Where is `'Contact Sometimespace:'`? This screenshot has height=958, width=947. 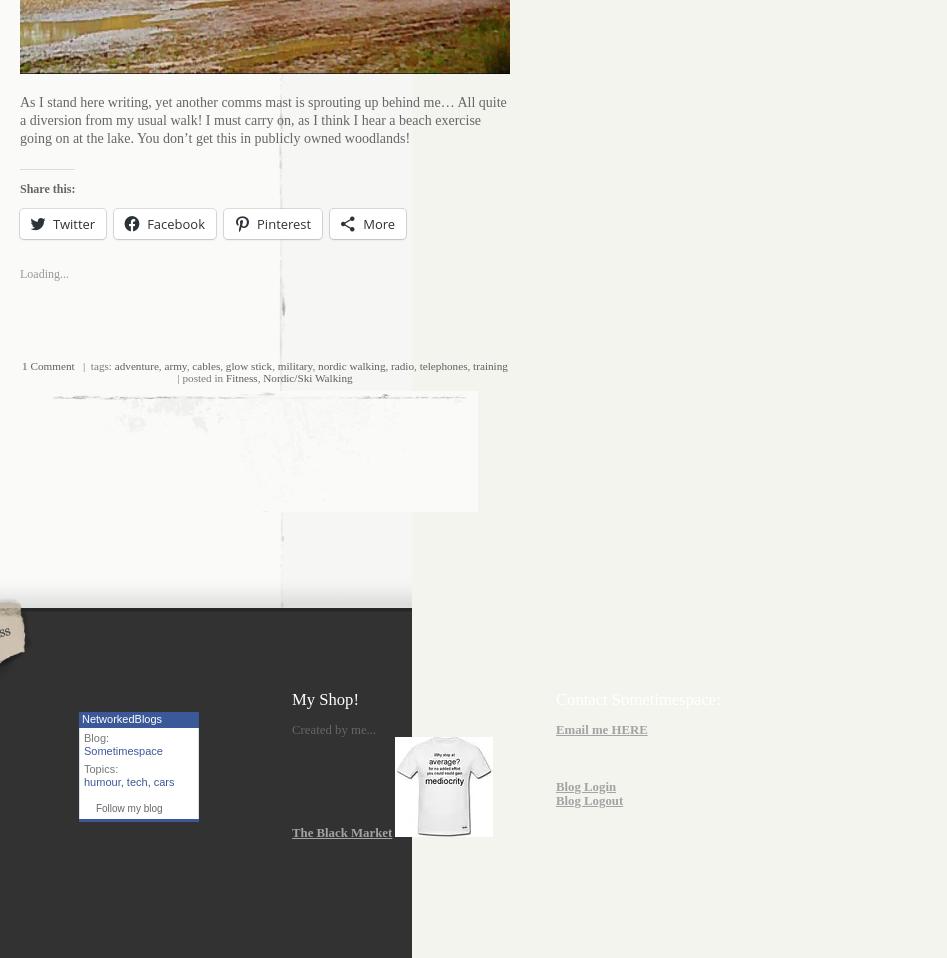 'Contact Sometimespace:' is located at coordinates (637, 697).